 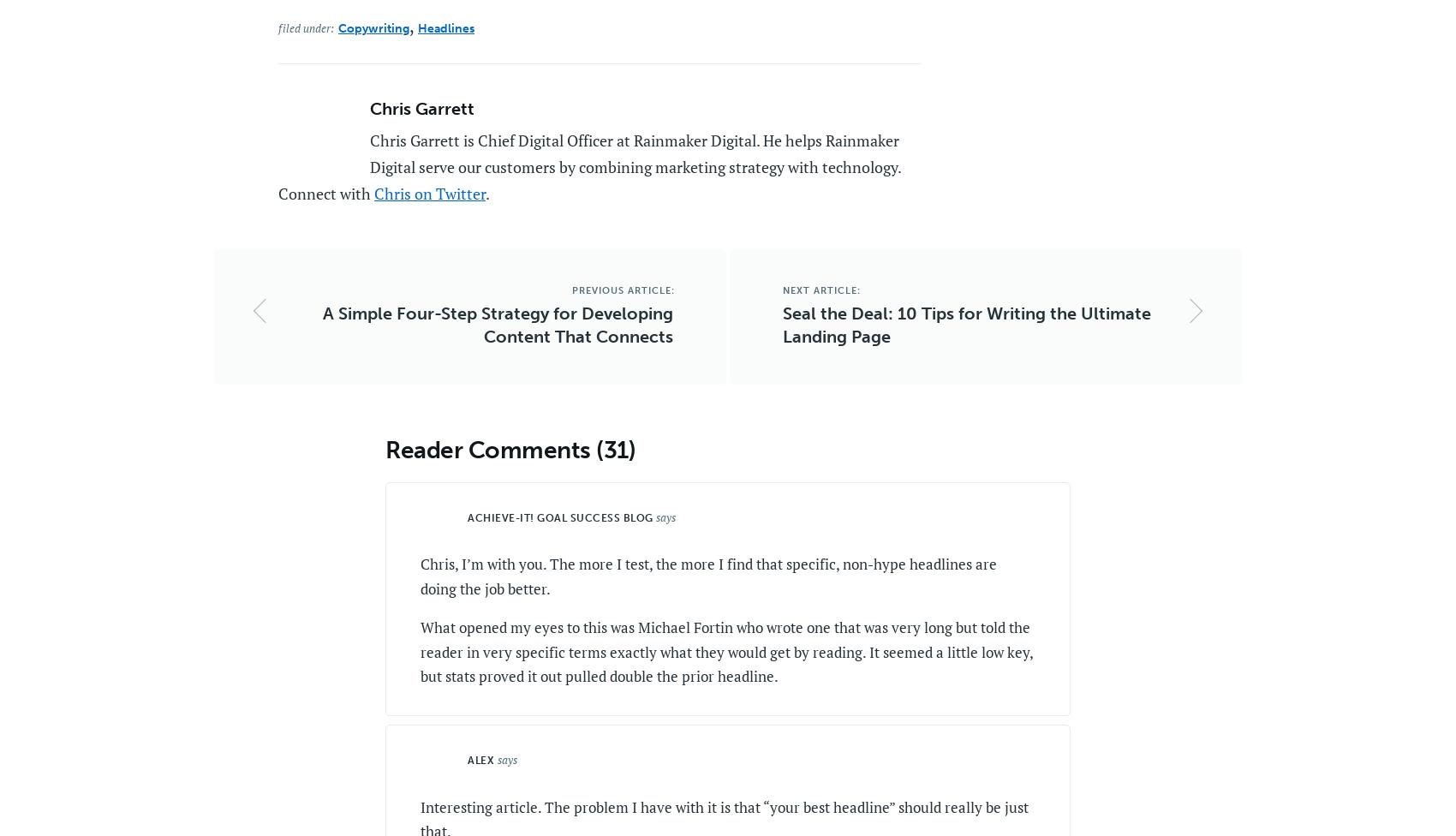 What do you see at coordinates (725, 651) in the screenshot?
I see `'What opened my eyes to this was Michael Fortin who wrote one that was very long but told the reader in very specific terms exactly what they would get by reading.  It seemed a little low key, but stats proved it out pulled double the prior headline.'` at bounding box center [725, 651].